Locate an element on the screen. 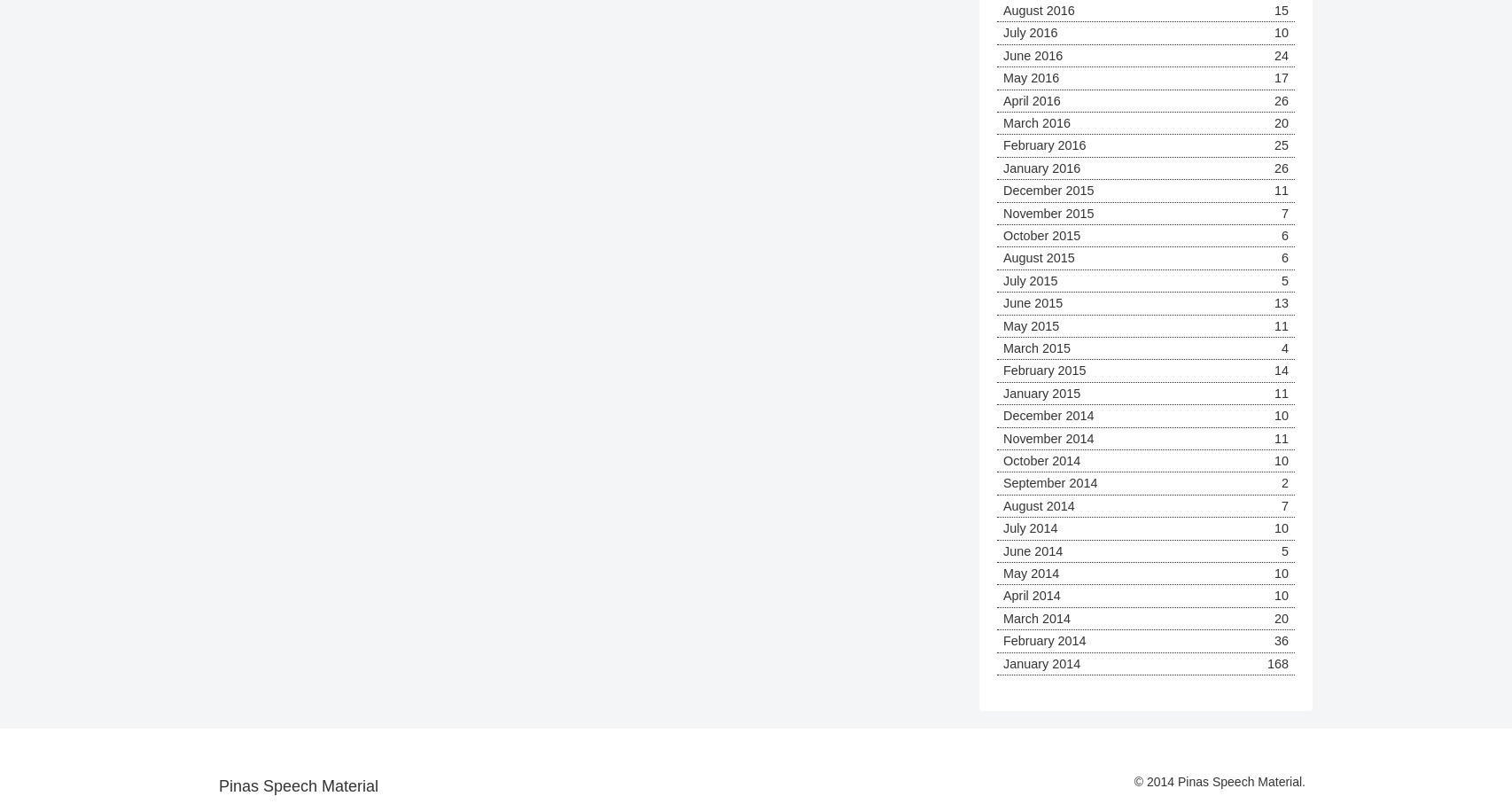 This screenshot has height=804, width=1512. '2' is located at coordinates (1283, 483).